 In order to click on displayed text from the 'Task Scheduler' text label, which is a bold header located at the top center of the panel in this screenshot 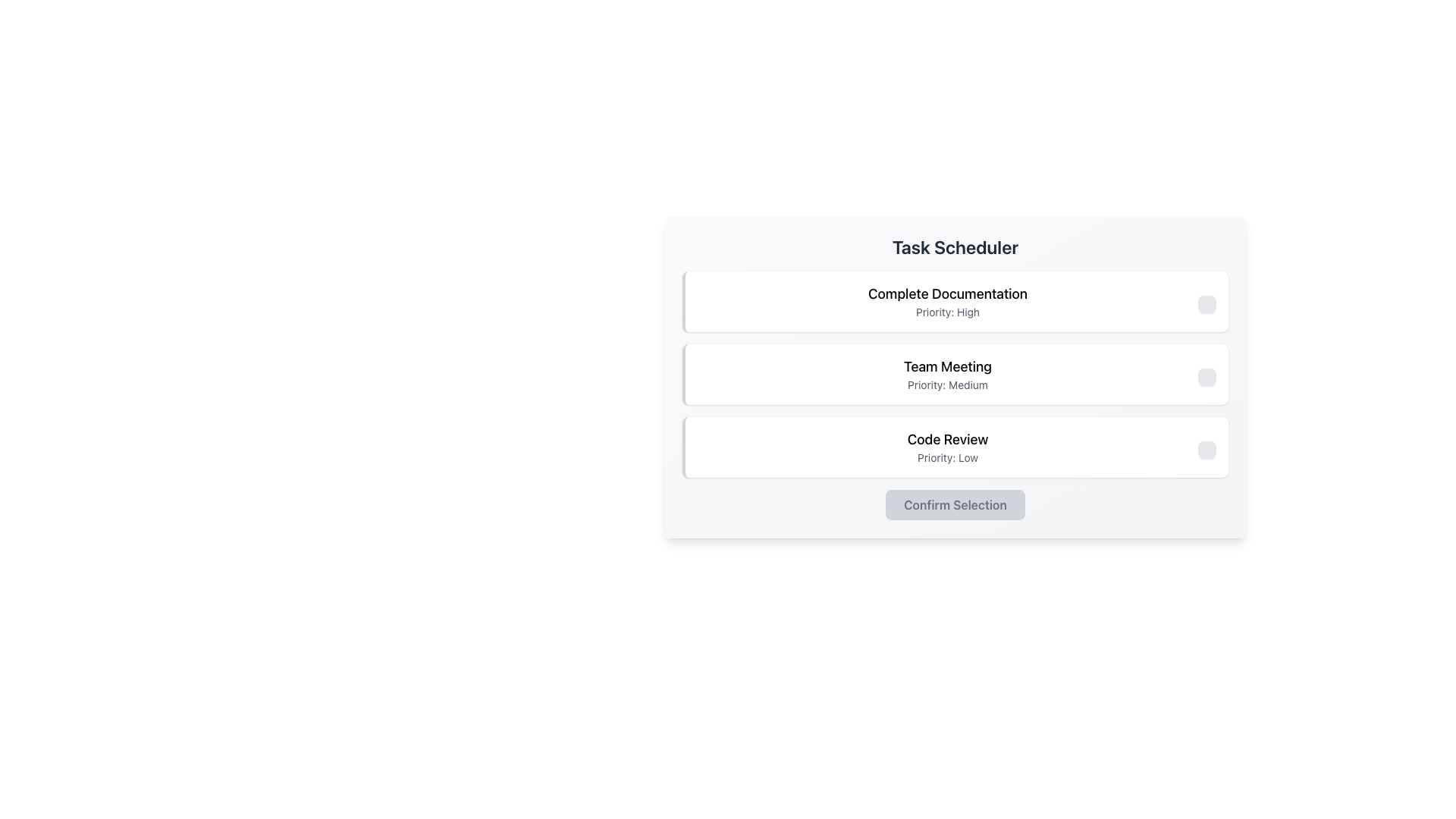, I will do `click(954, 246)`.